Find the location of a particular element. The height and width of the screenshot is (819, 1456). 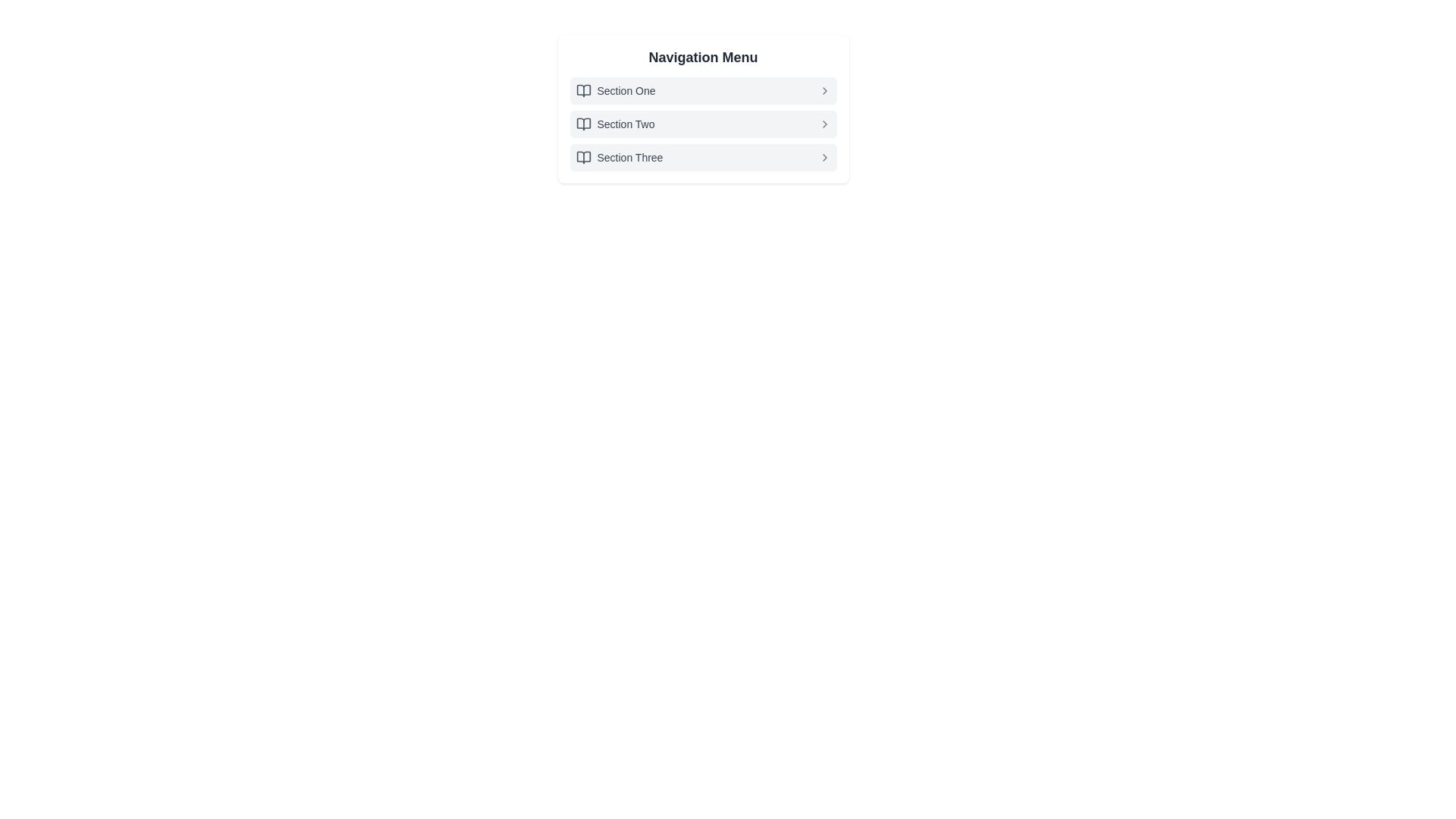

the navigation link labeled 'Section One' is located at coordinates (626, 90).